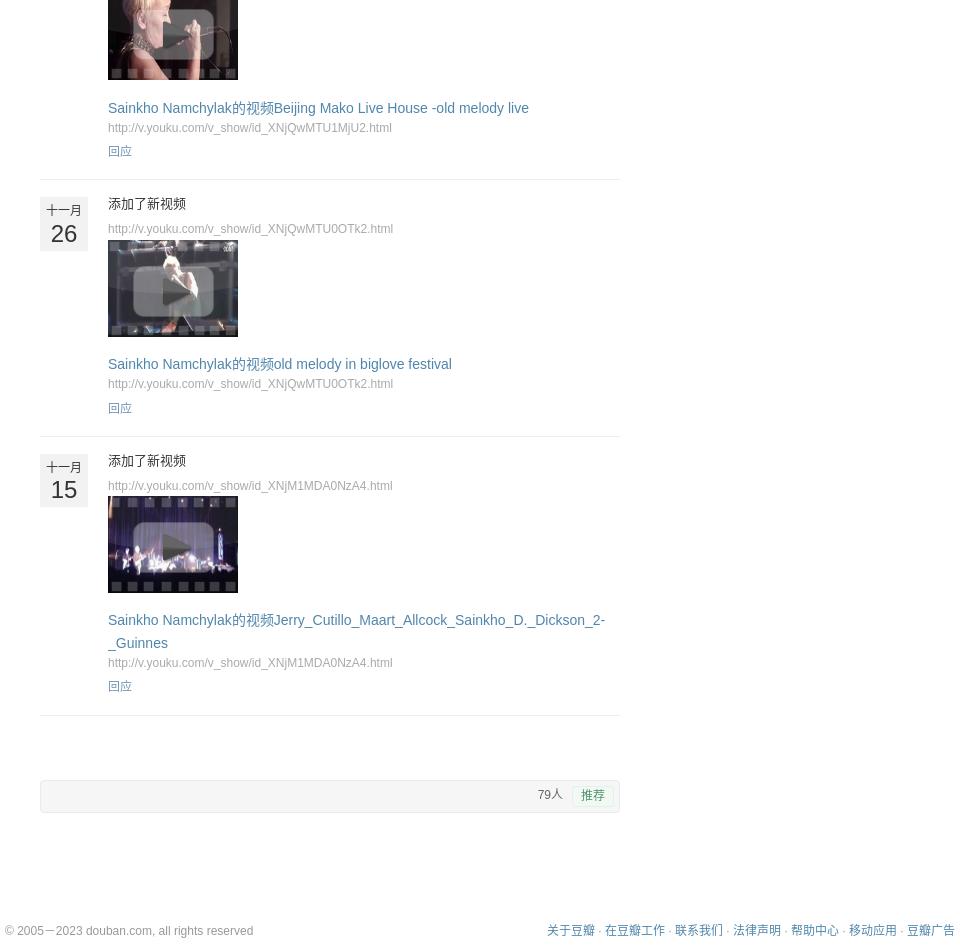  I want to click on 'http://v.youku.com/v_show/id_XNjQwMTU1MjU2.html', so click(108, 127).